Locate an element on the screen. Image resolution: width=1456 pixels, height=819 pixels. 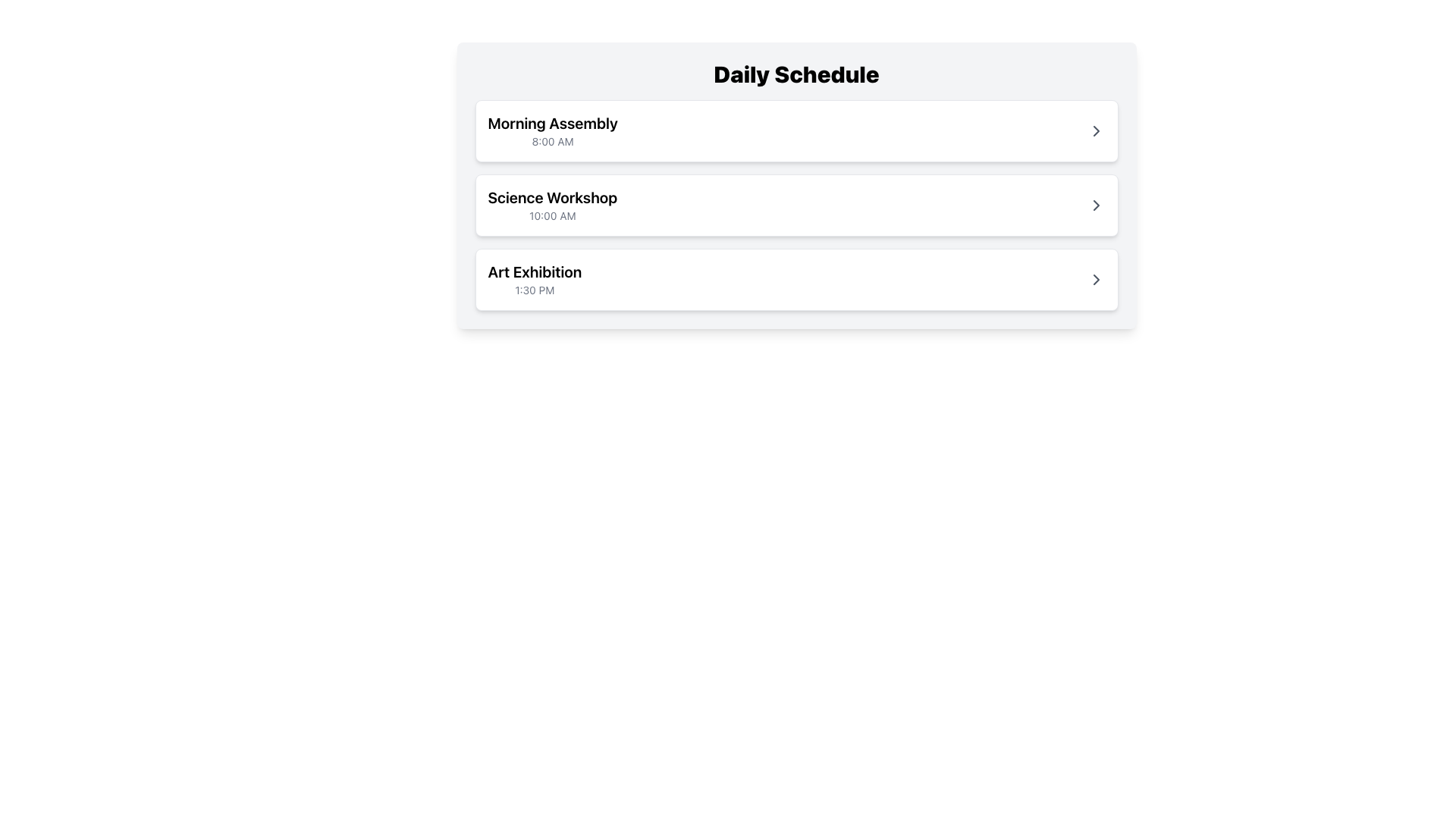
the button located at the far right of the 'Science Workshop' entry in the 'Daily Schedule' interface is located at coordinates (1096, 205).